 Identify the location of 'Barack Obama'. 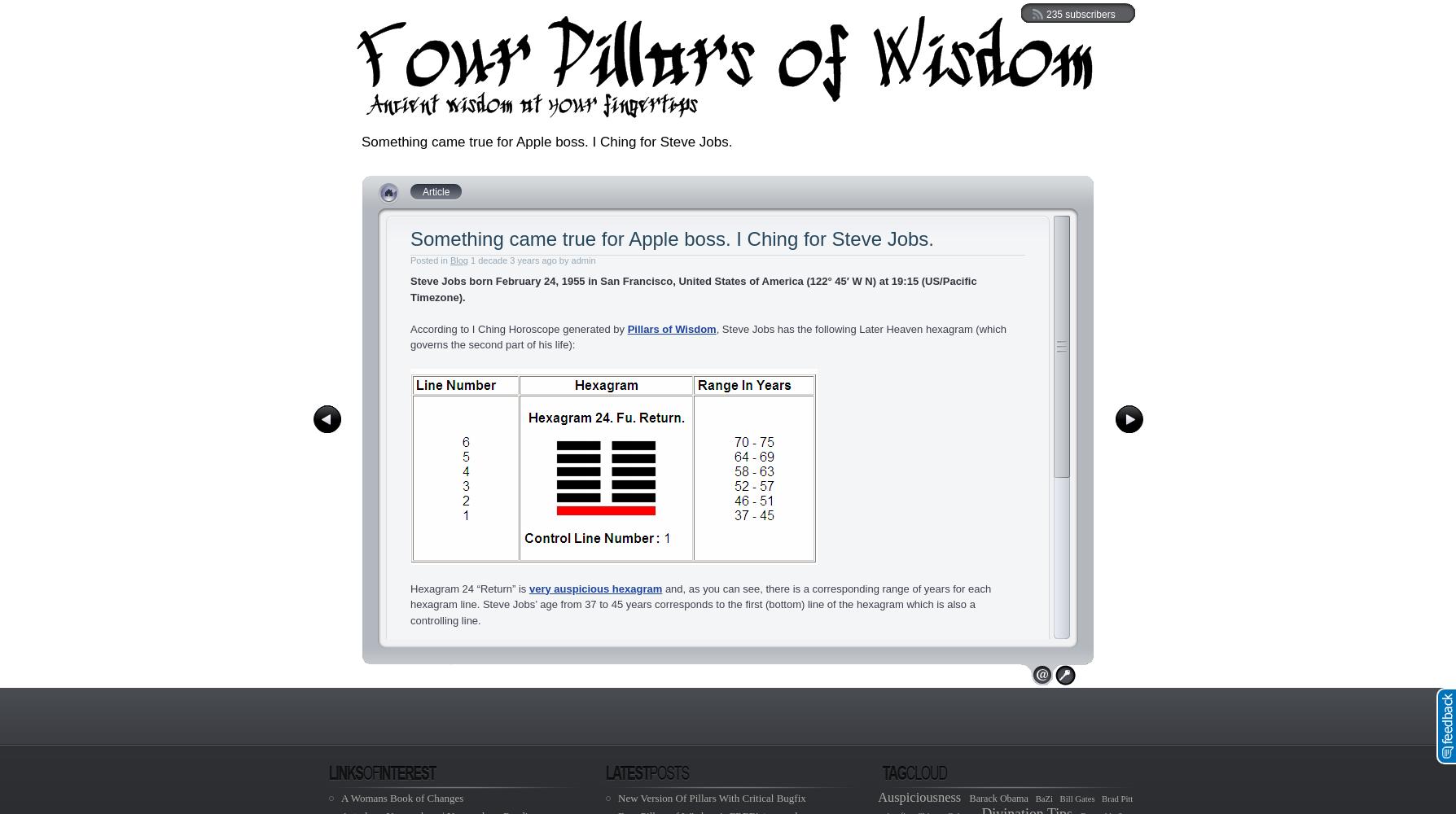
(998, 798).